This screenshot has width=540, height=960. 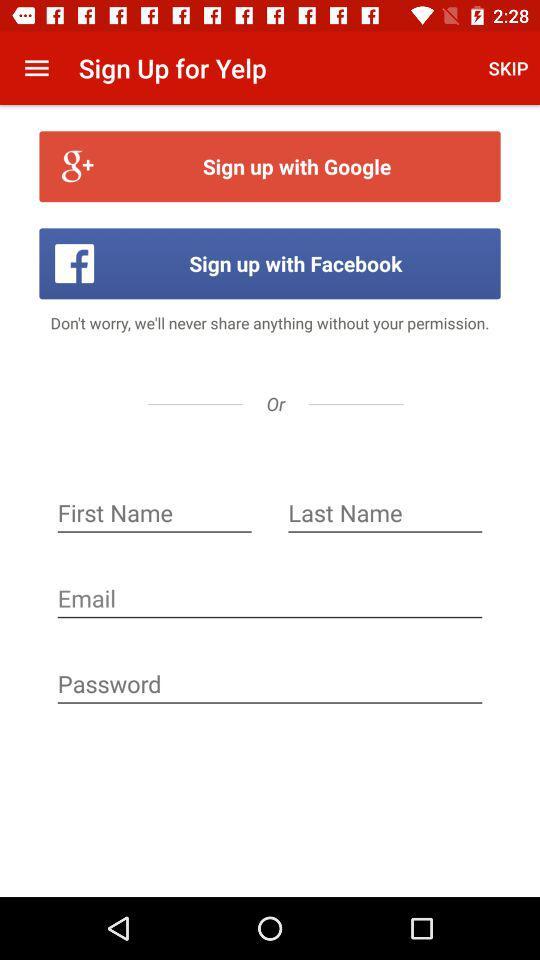 I want to click on the icon at the top right corner, so click(x=508, y=68).